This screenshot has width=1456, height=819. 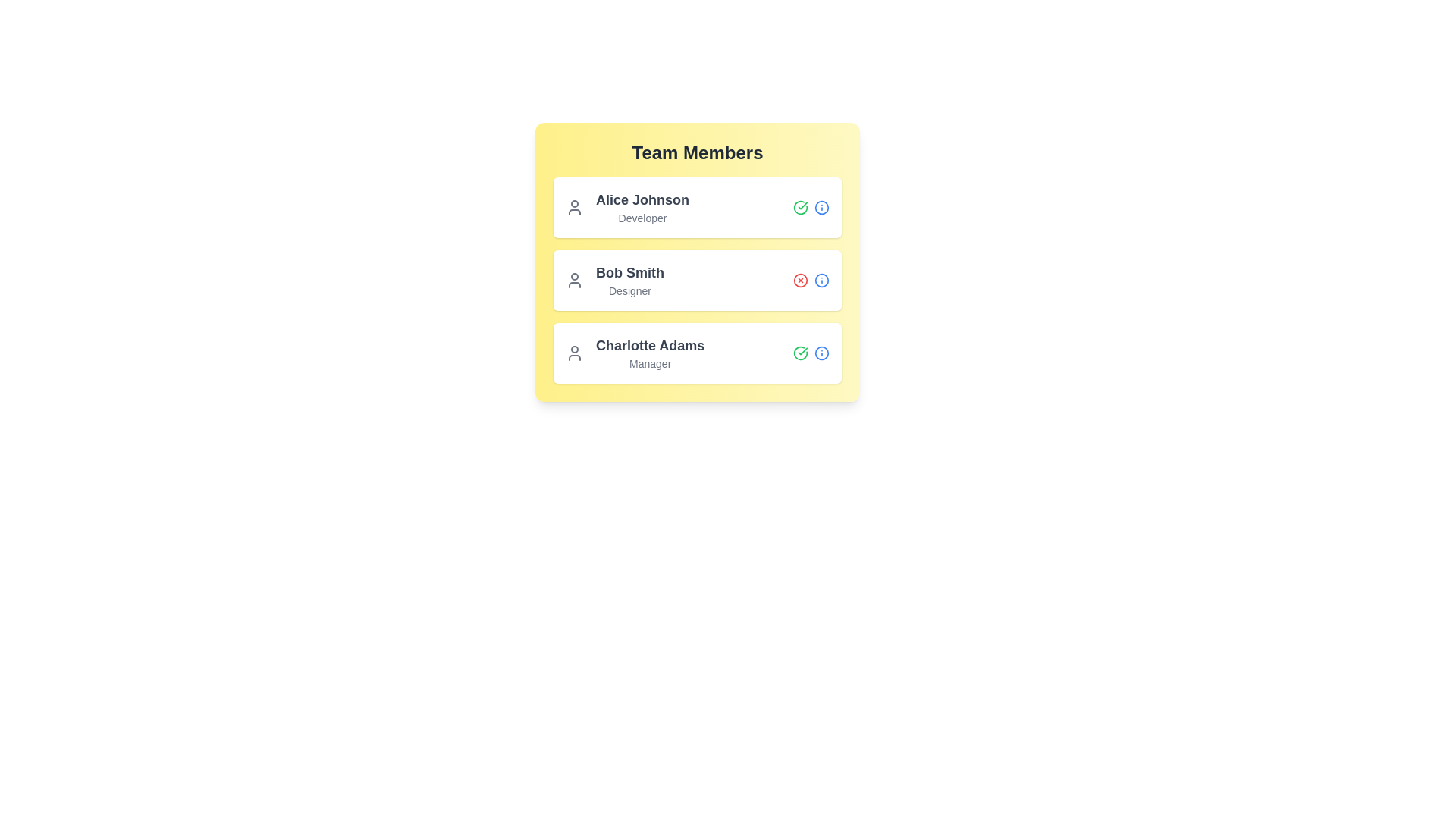 I want to click on the status icon of the user Charlotte Adams to observe their active/inactive status, so click(x=800, y=353).